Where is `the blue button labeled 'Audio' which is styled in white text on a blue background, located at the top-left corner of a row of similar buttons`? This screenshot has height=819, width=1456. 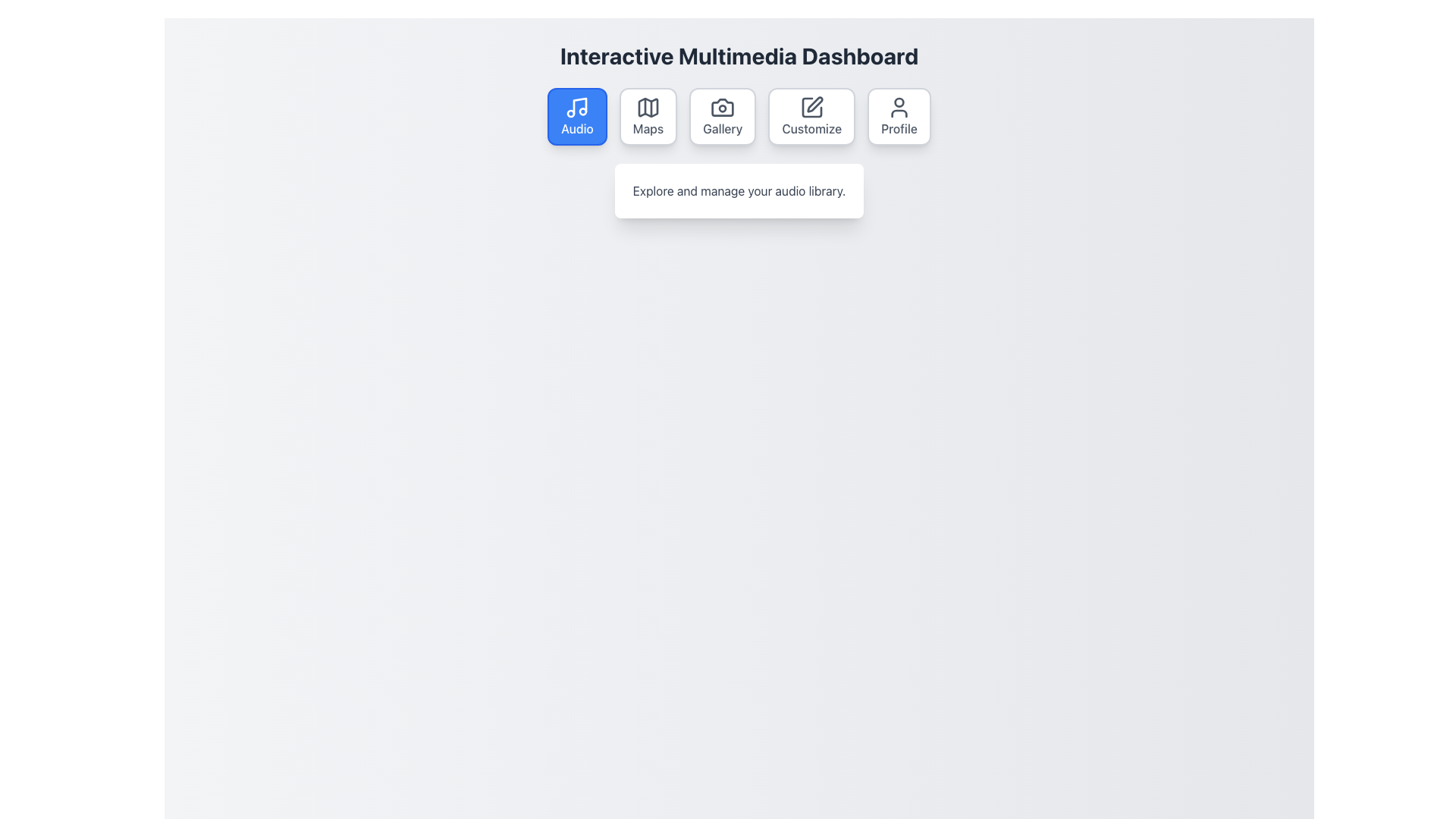
the blue button labeled 'Audio' which is styled in white text on a blue background, located at the top-left corner of a row of similar buttons is located at coordinates (576, 127).